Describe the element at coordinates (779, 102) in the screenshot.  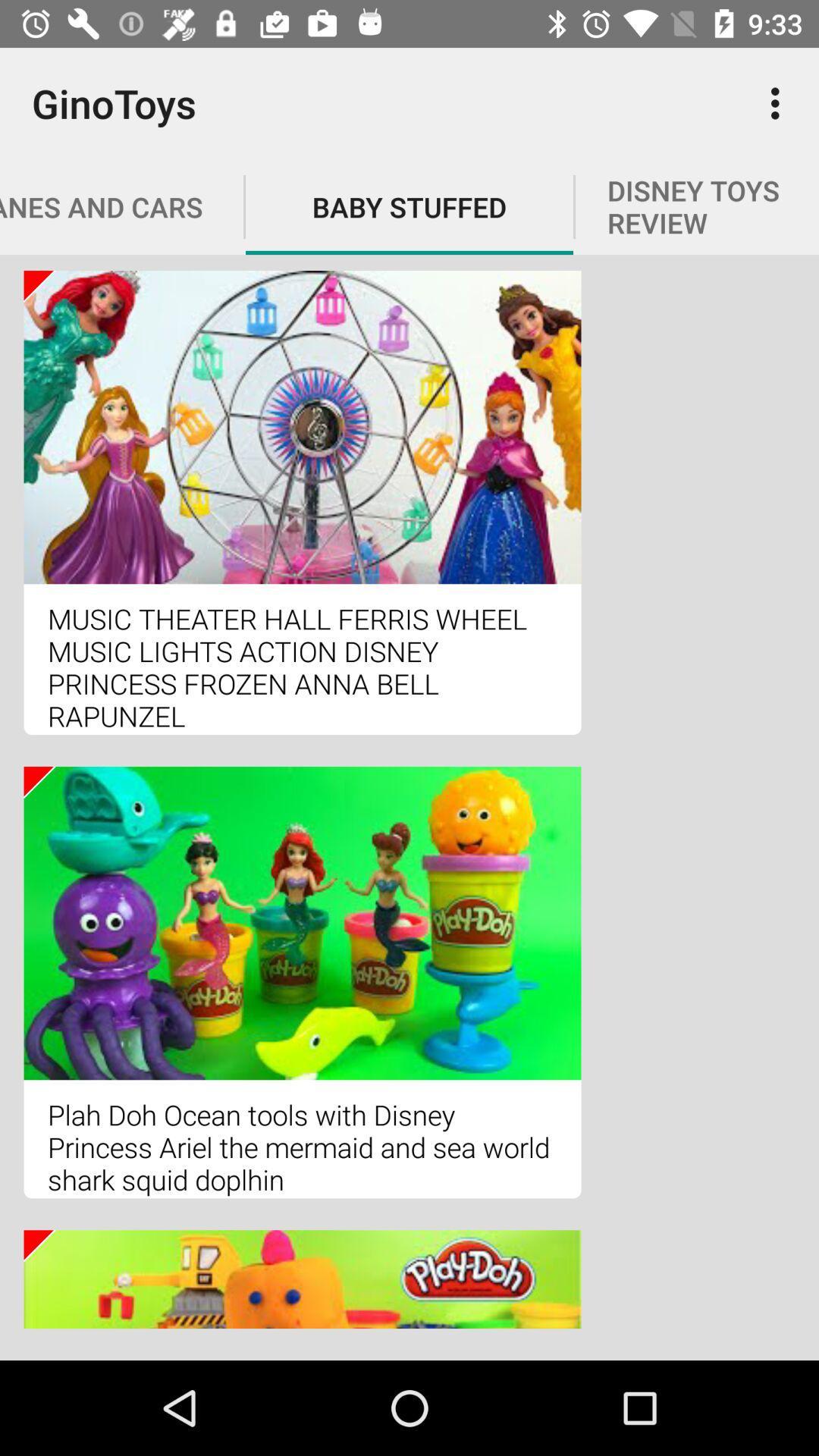
I see `the icon next to baby stuffed icon` at that location.